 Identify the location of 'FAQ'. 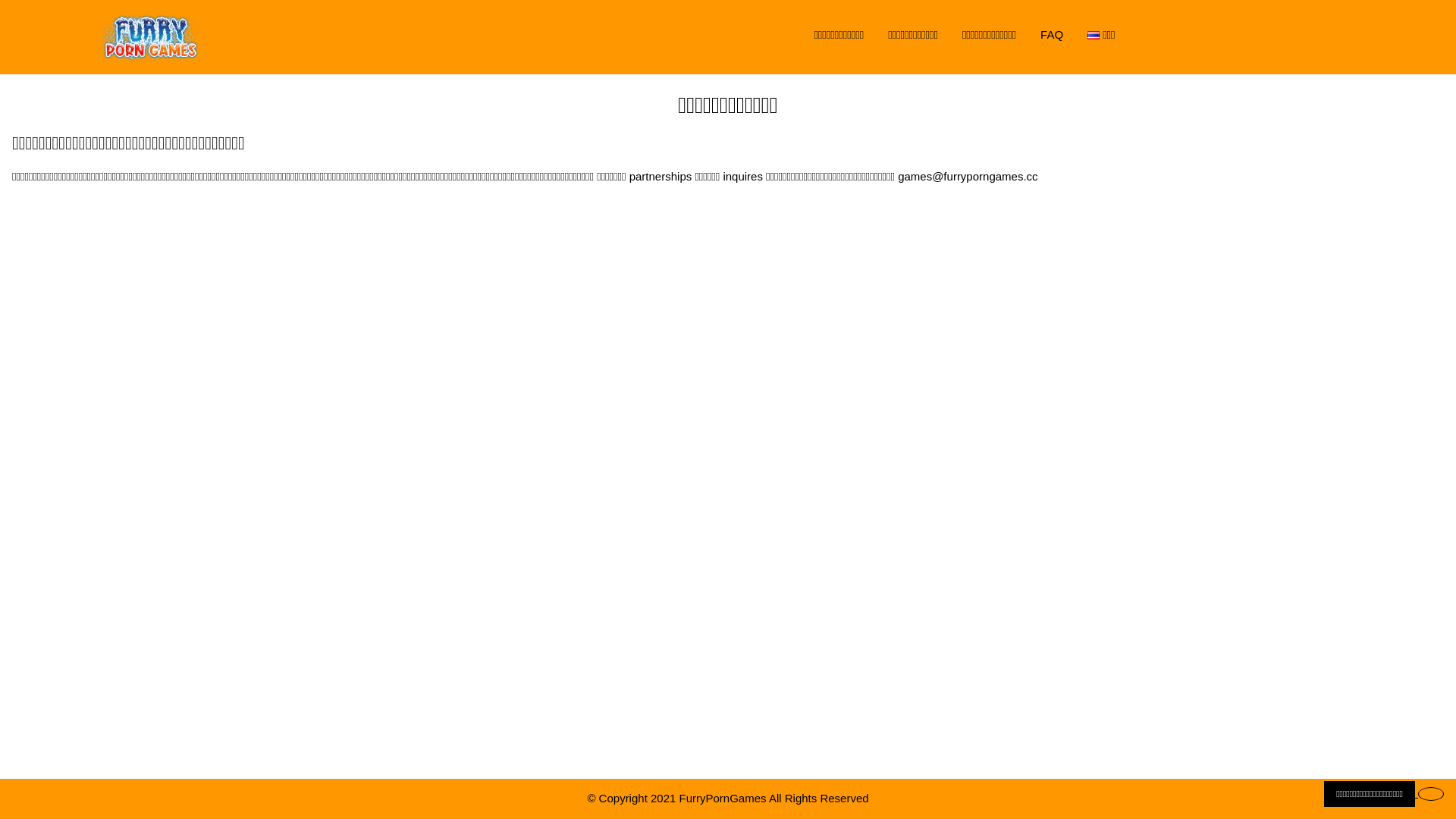
(1051, 34).